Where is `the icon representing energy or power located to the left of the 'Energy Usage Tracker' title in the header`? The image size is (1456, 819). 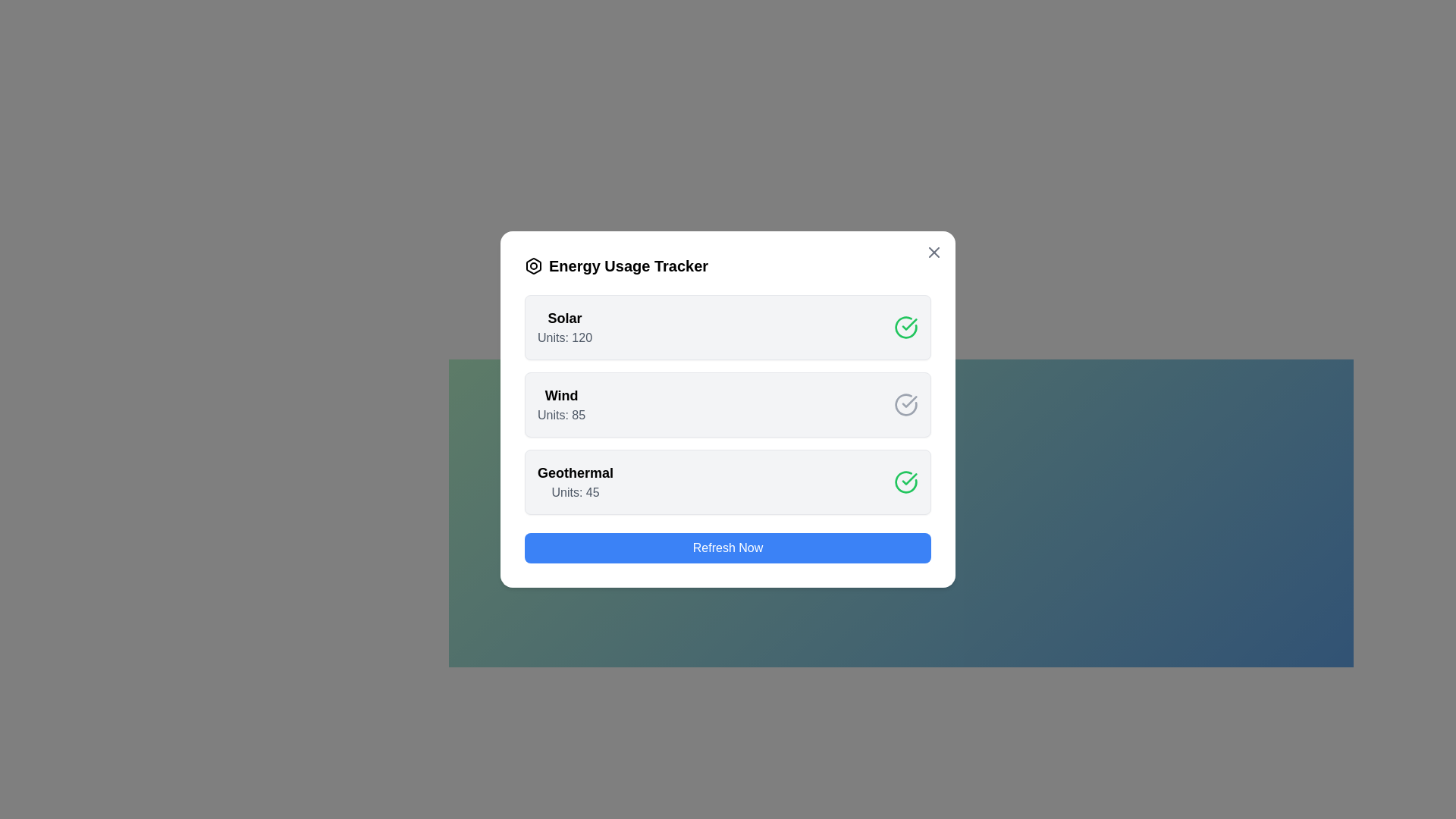 the icon representing energy or power located to the left of the 'Energy Usage Tracker' title in the header is located at coordinates (534, 265).